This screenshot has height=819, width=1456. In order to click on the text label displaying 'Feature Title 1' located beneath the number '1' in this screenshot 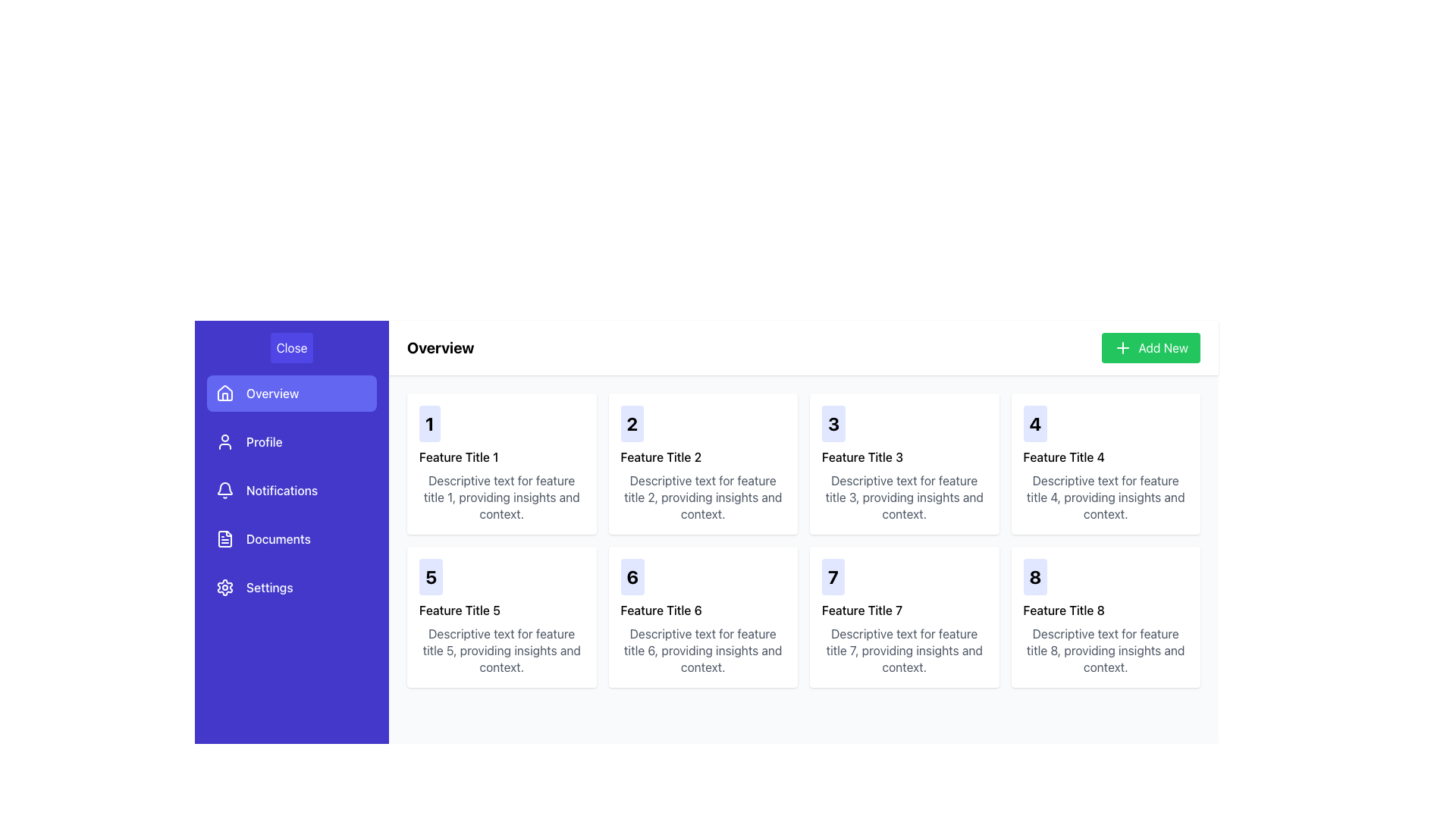, I will do `click(458, 456)`.